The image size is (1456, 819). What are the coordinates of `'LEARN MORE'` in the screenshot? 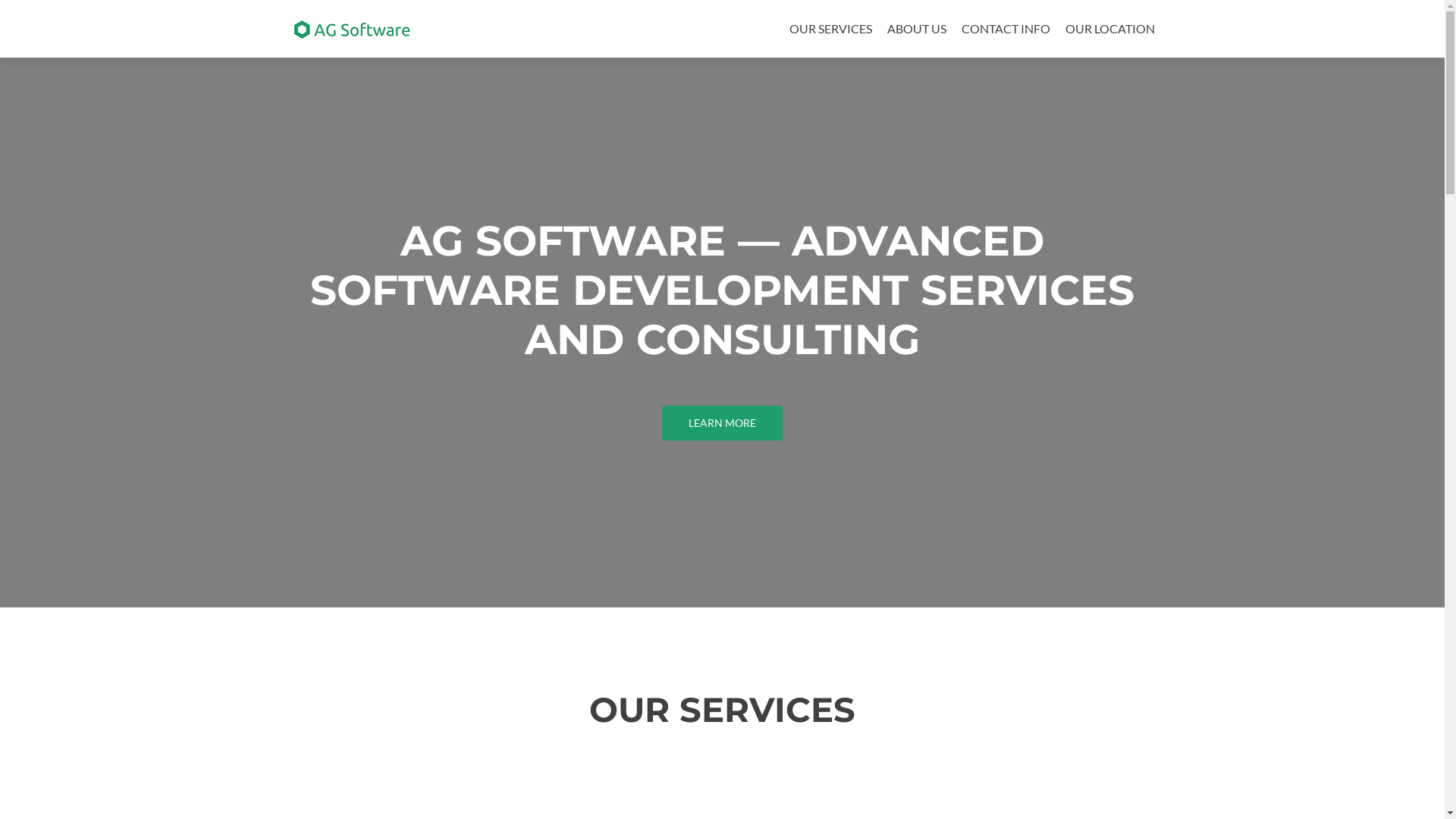 It's located at (662, 423).